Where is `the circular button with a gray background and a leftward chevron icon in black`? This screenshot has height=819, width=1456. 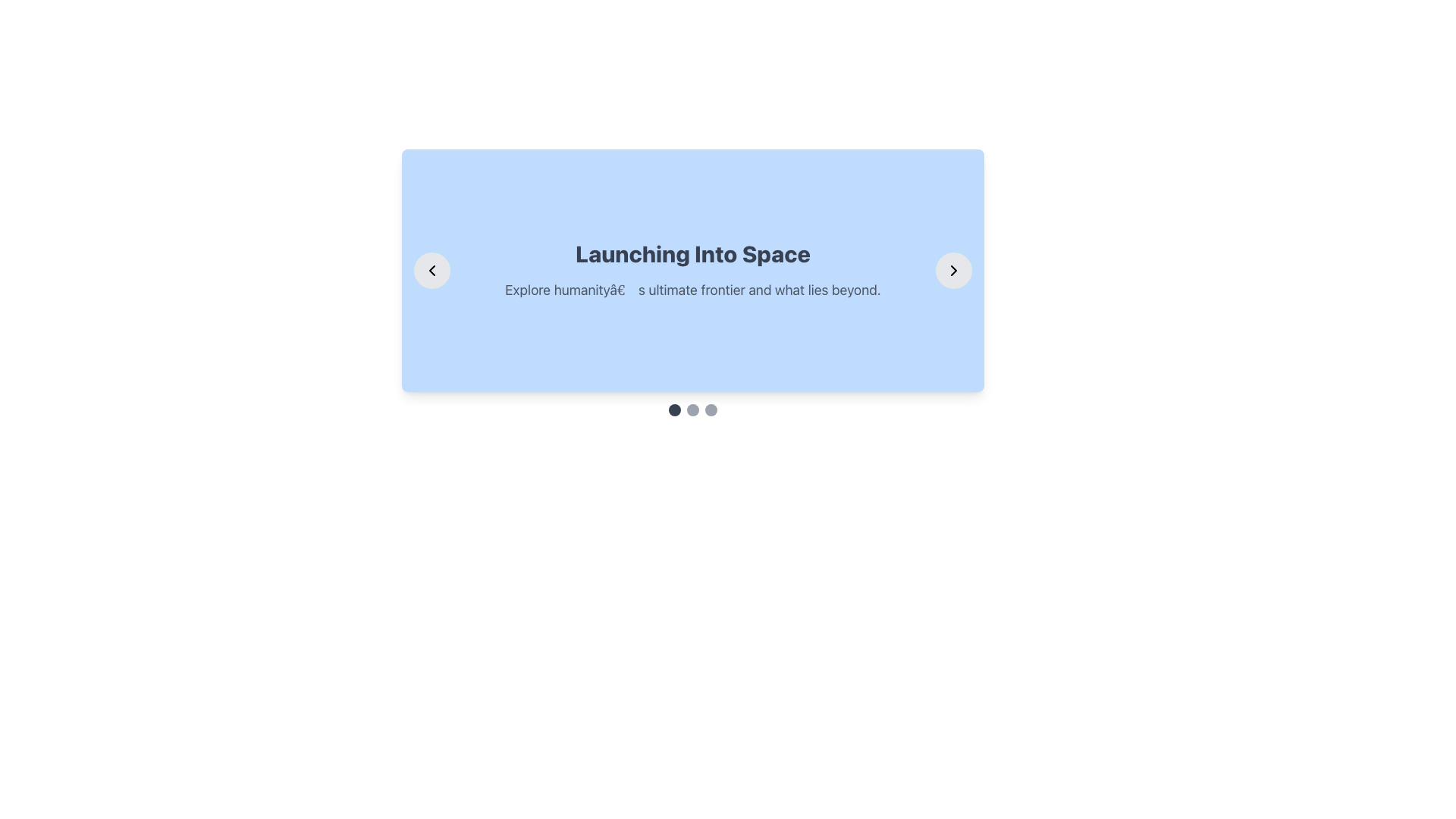
the circular button with a gray background and a leftward chevron icon in black is located at coordinates (431, 270).